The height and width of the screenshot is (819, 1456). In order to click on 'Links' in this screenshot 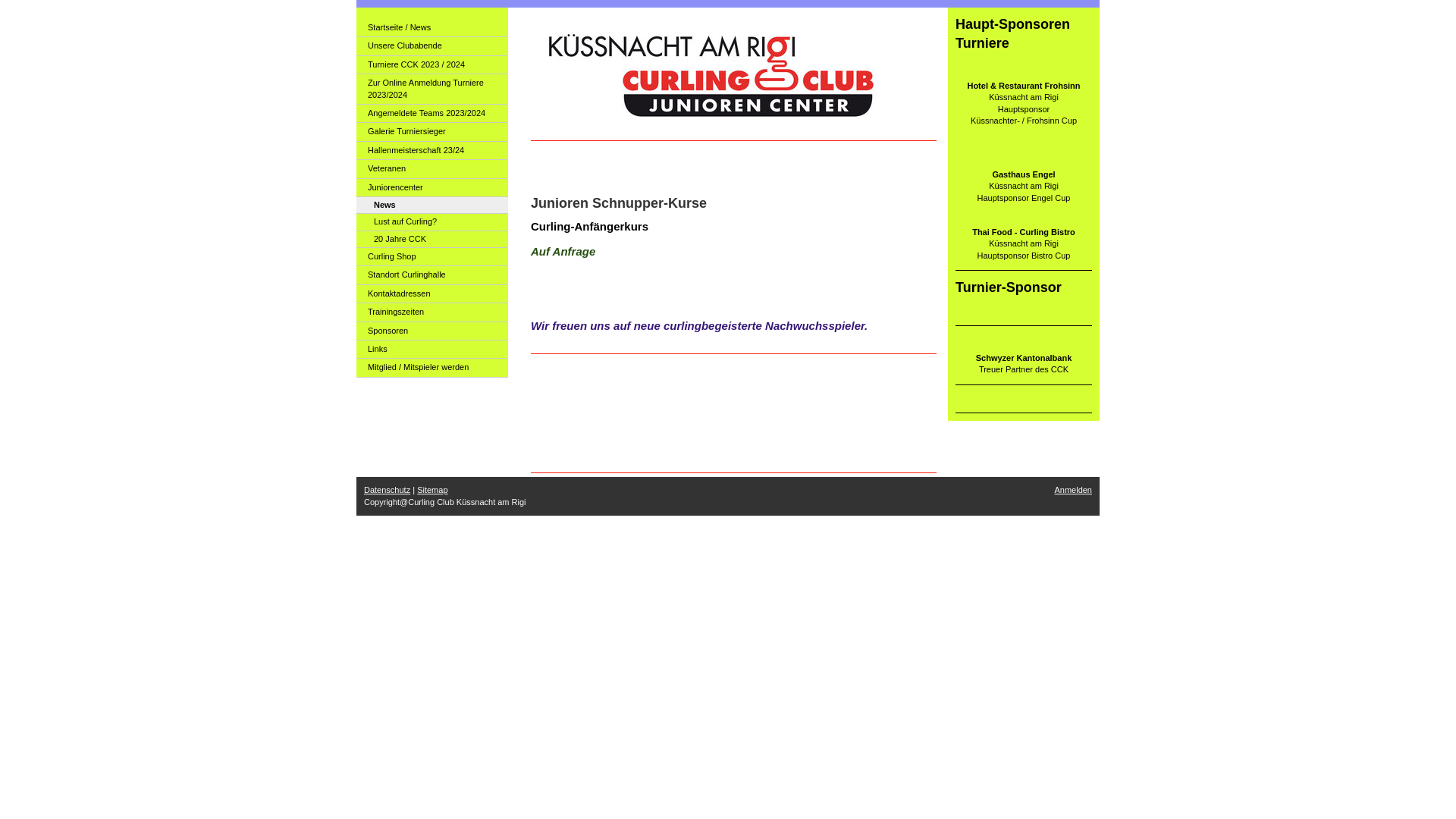, I will do `click(356, 350)`.